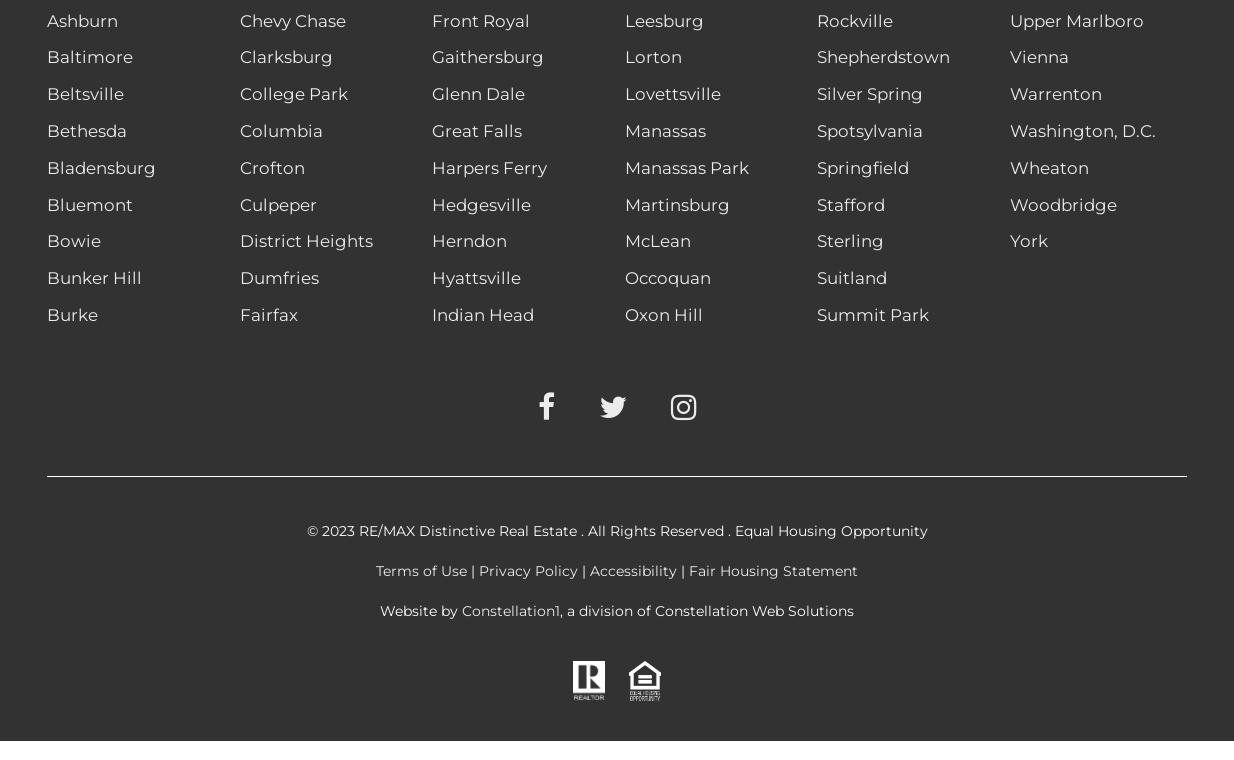  I want to click on 'Spotsylvania', so click(868, 131).